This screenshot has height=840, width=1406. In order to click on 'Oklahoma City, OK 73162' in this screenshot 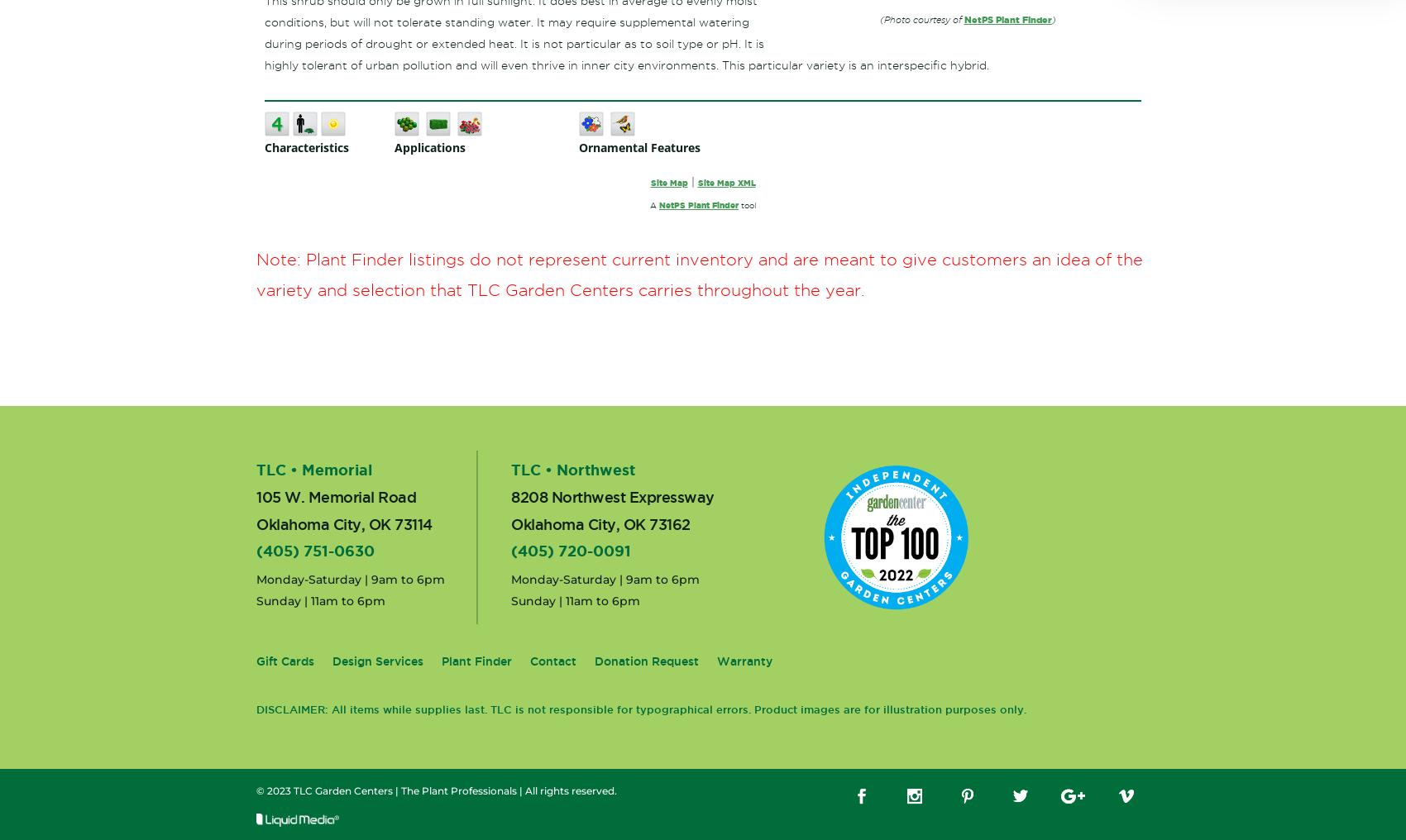, I will do `click(600, 523)`.